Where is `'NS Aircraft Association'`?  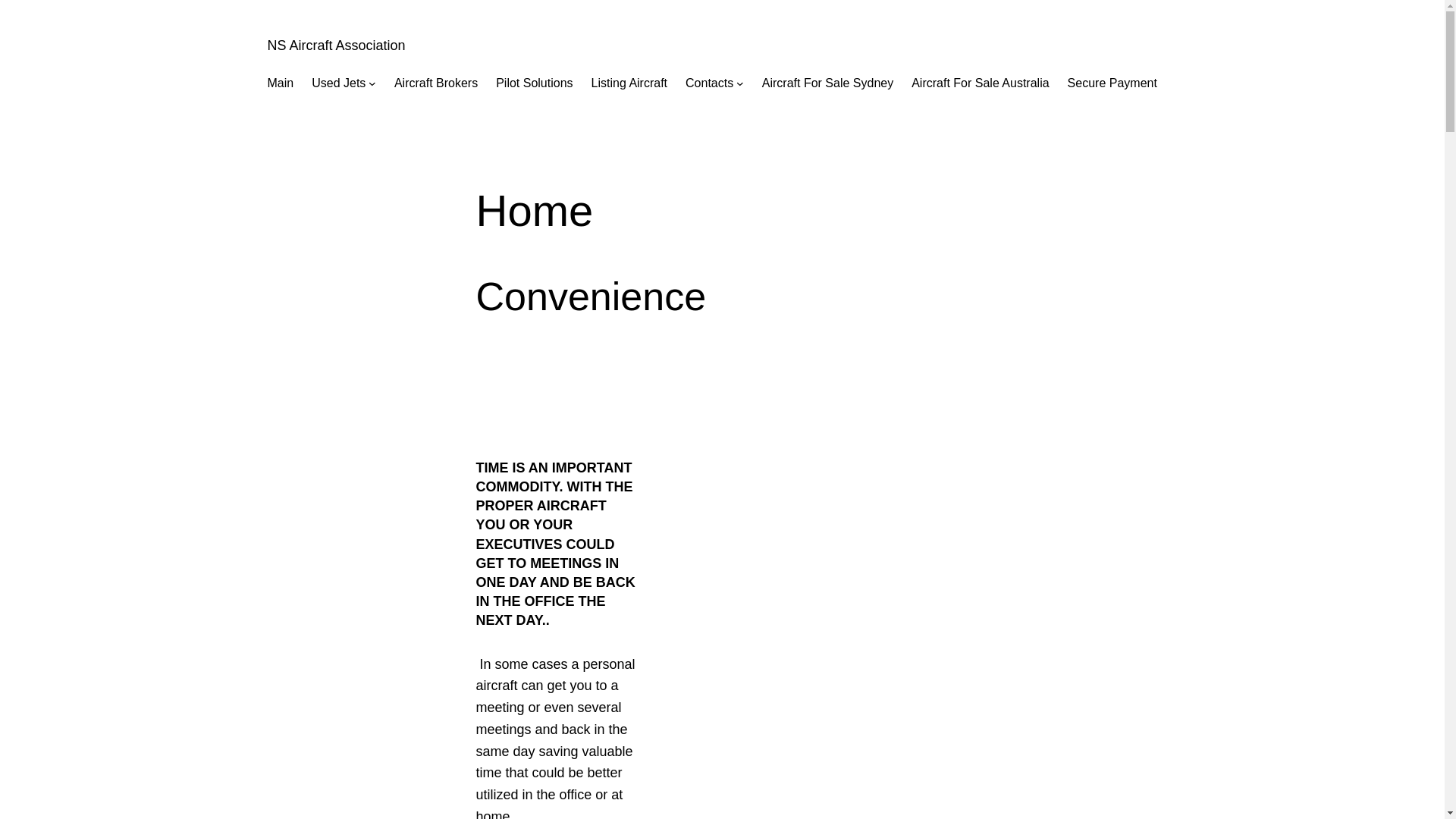
'NS Aircraft Association' is located at coordinates (334, 45).